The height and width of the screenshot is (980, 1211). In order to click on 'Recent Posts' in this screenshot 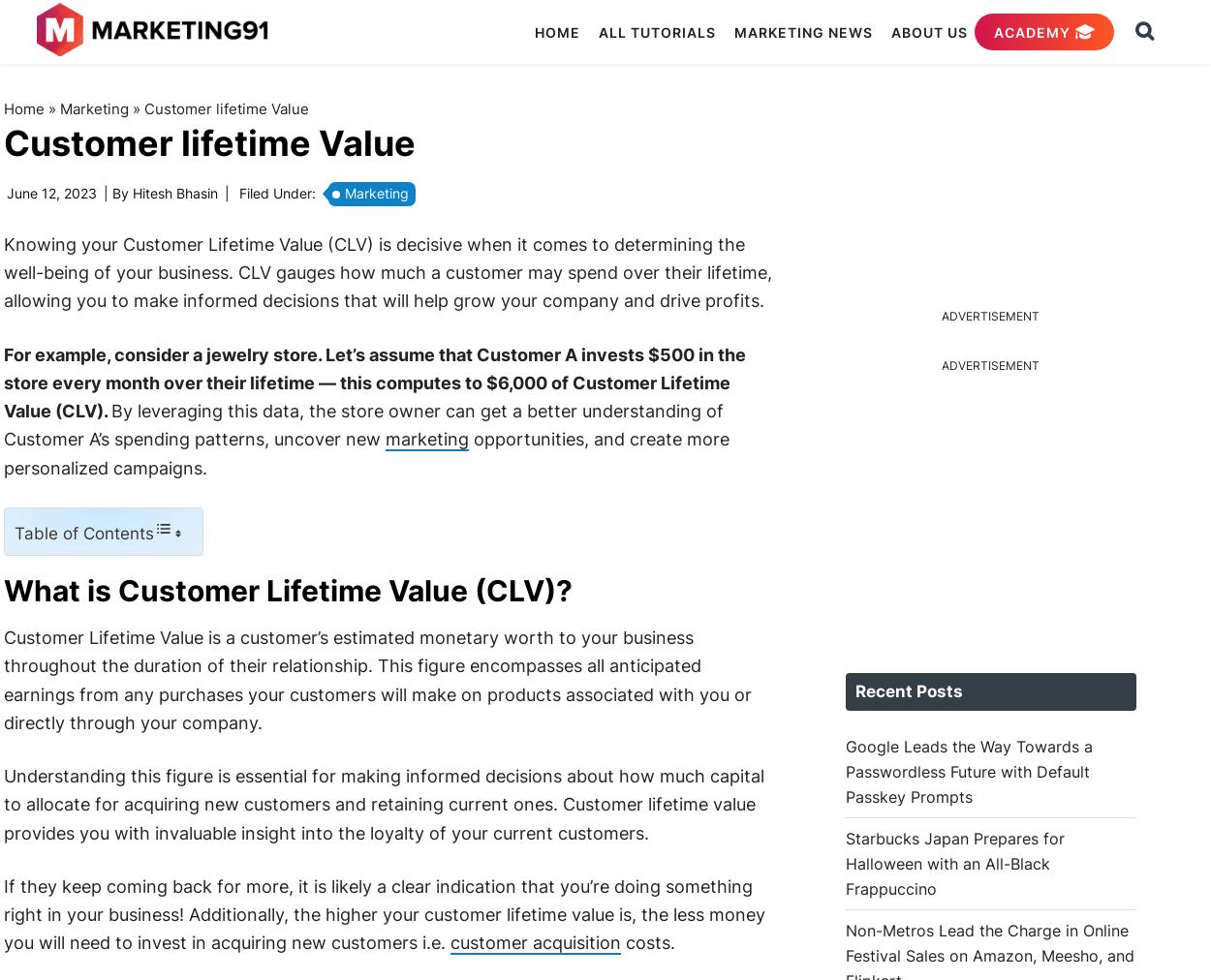, I will do `click(908, 689)`.